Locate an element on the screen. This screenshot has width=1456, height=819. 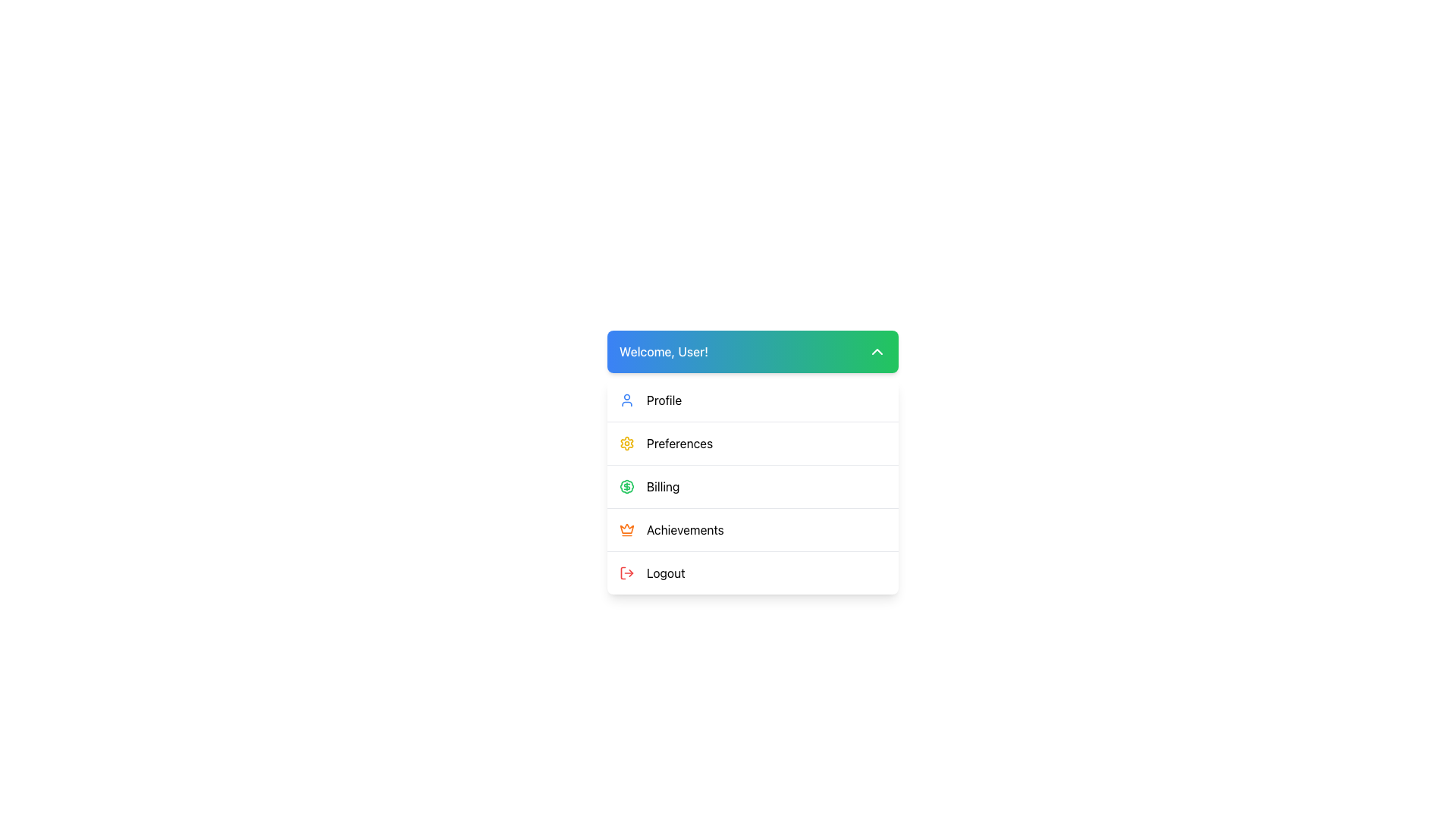
the green circular dollar sign icon located in the third row of the dropdown menu, immediately to the left of the text 'Billing' is located at coordinates (626, 486).